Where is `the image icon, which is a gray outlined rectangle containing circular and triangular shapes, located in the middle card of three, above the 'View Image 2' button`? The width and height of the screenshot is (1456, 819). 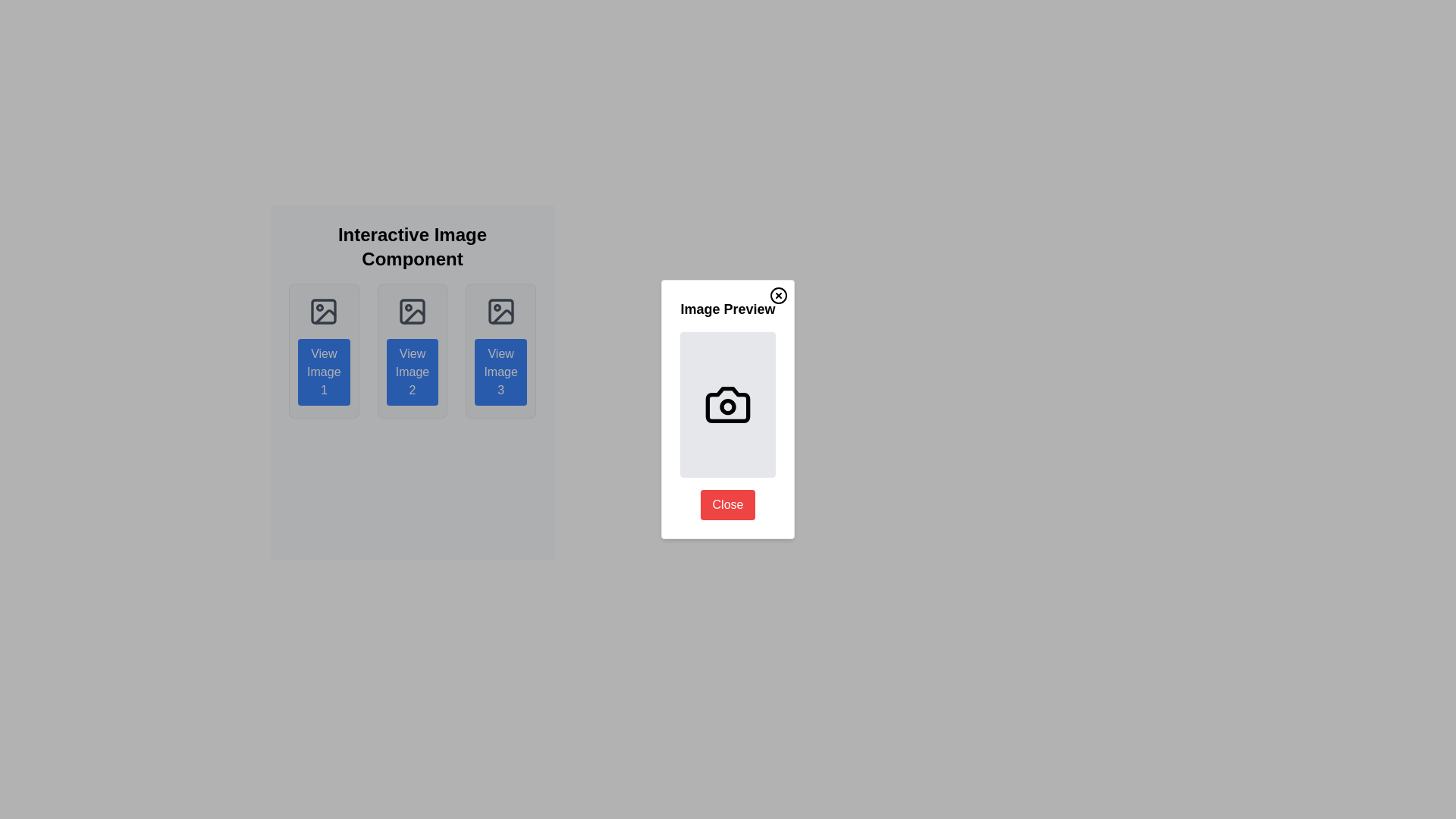 the image icon, which is a gray outlined rectangle containing circular and triangular shapes, located in the middle card of three, above the 'View Image 2' button is located at coordinates (412, 311).